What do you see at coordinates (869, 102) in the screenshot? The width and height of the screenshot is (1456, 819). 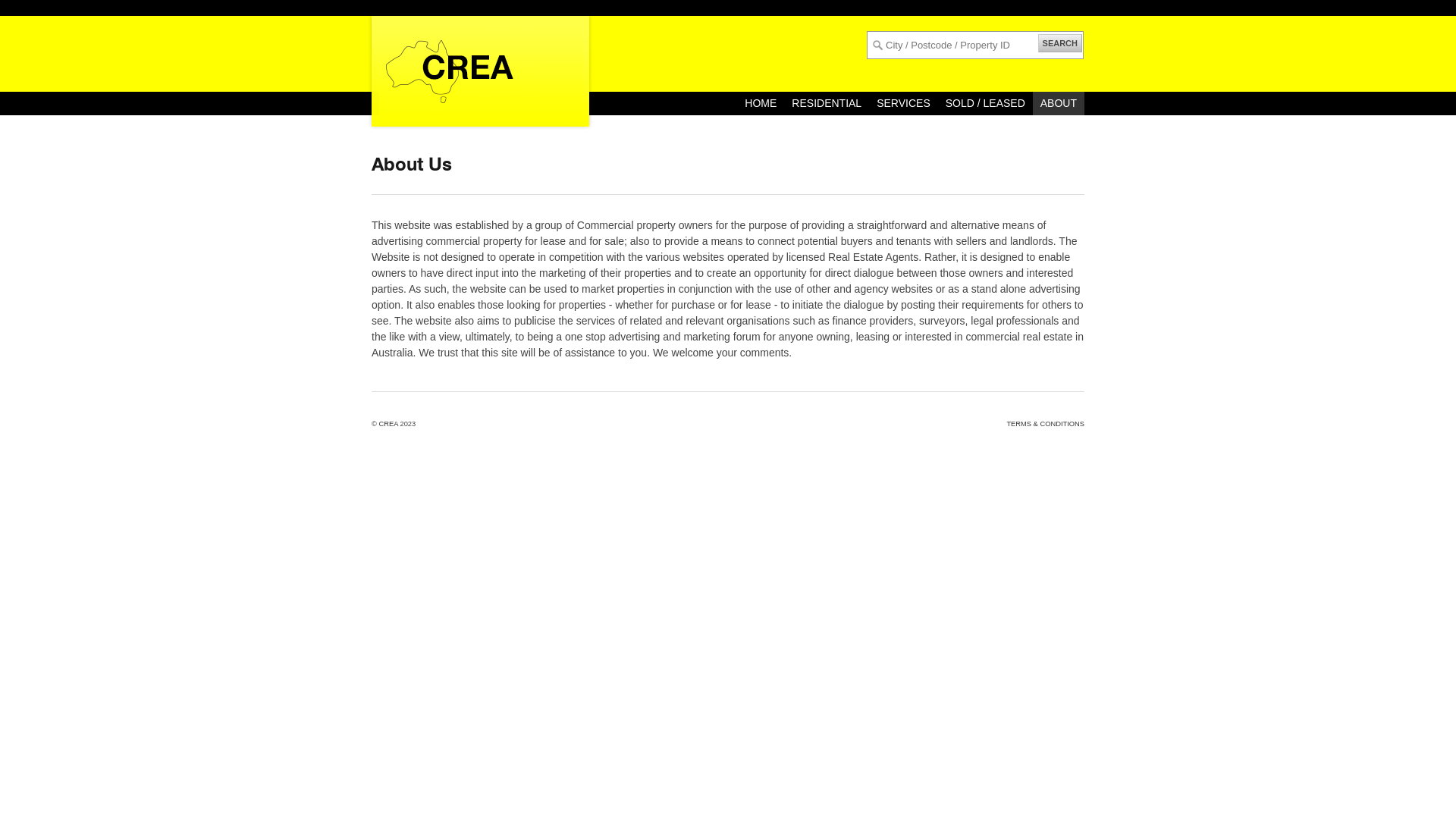 I see `'SERVICES'` at bounding box center [869, 102].